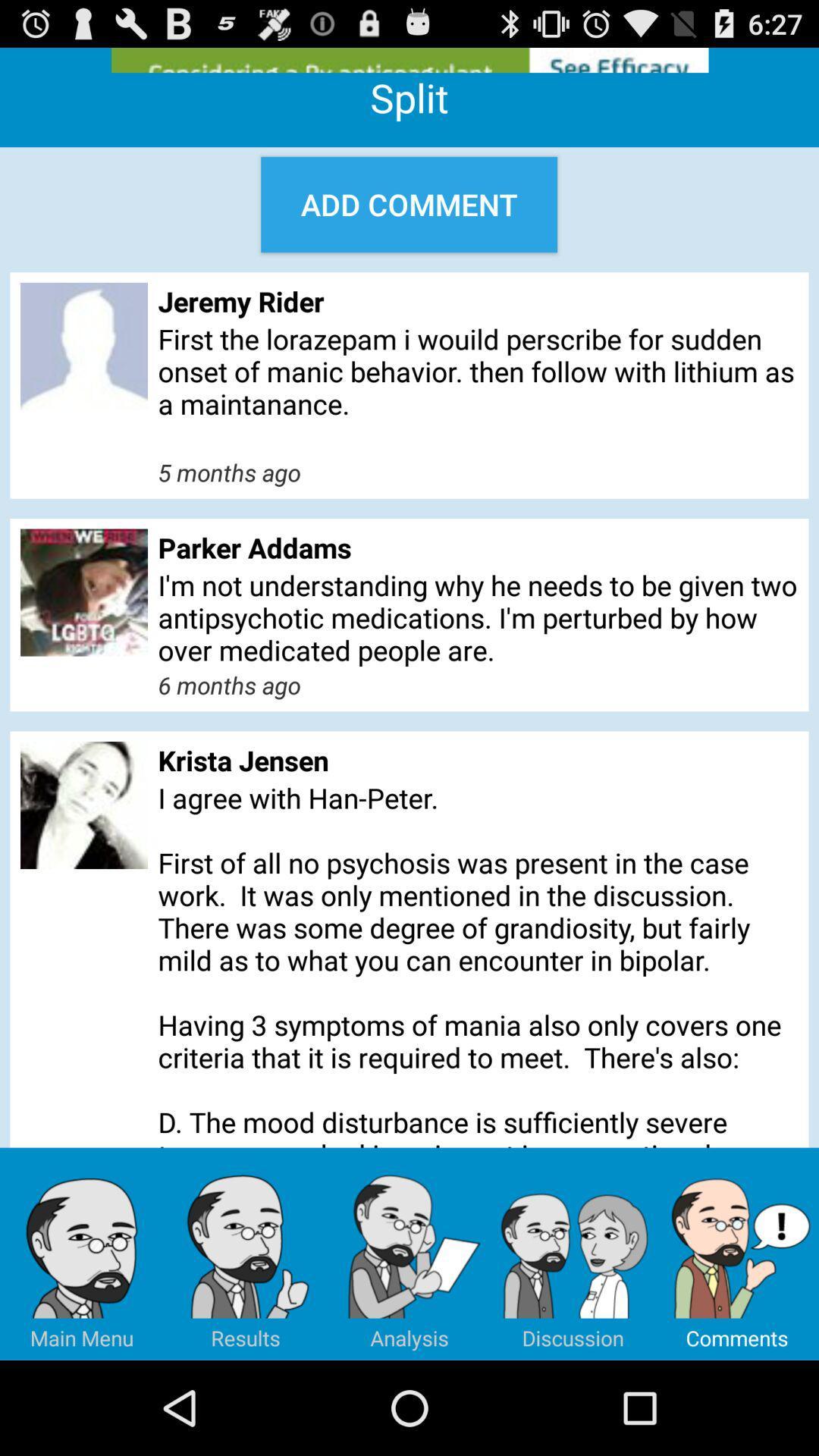 This screenshot has width=819, height=1456. What do you see at coordinates (478, 617) in the screenshot?
I see `the icon below the parker addams app` at bounding box center [478, 617].